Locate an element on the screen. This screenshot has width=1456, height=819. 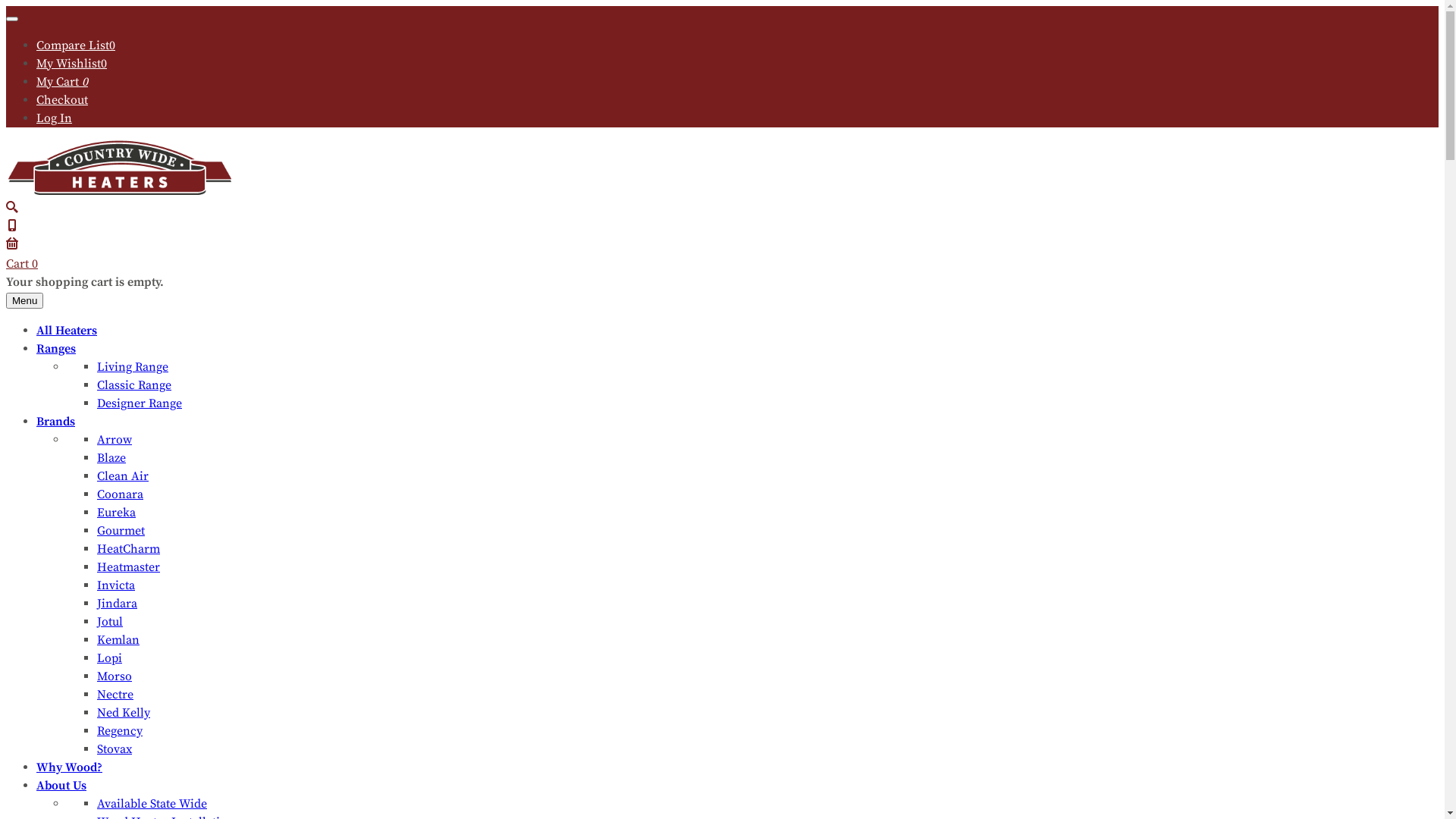
'Arrow' is located at coordinates (113, 439).